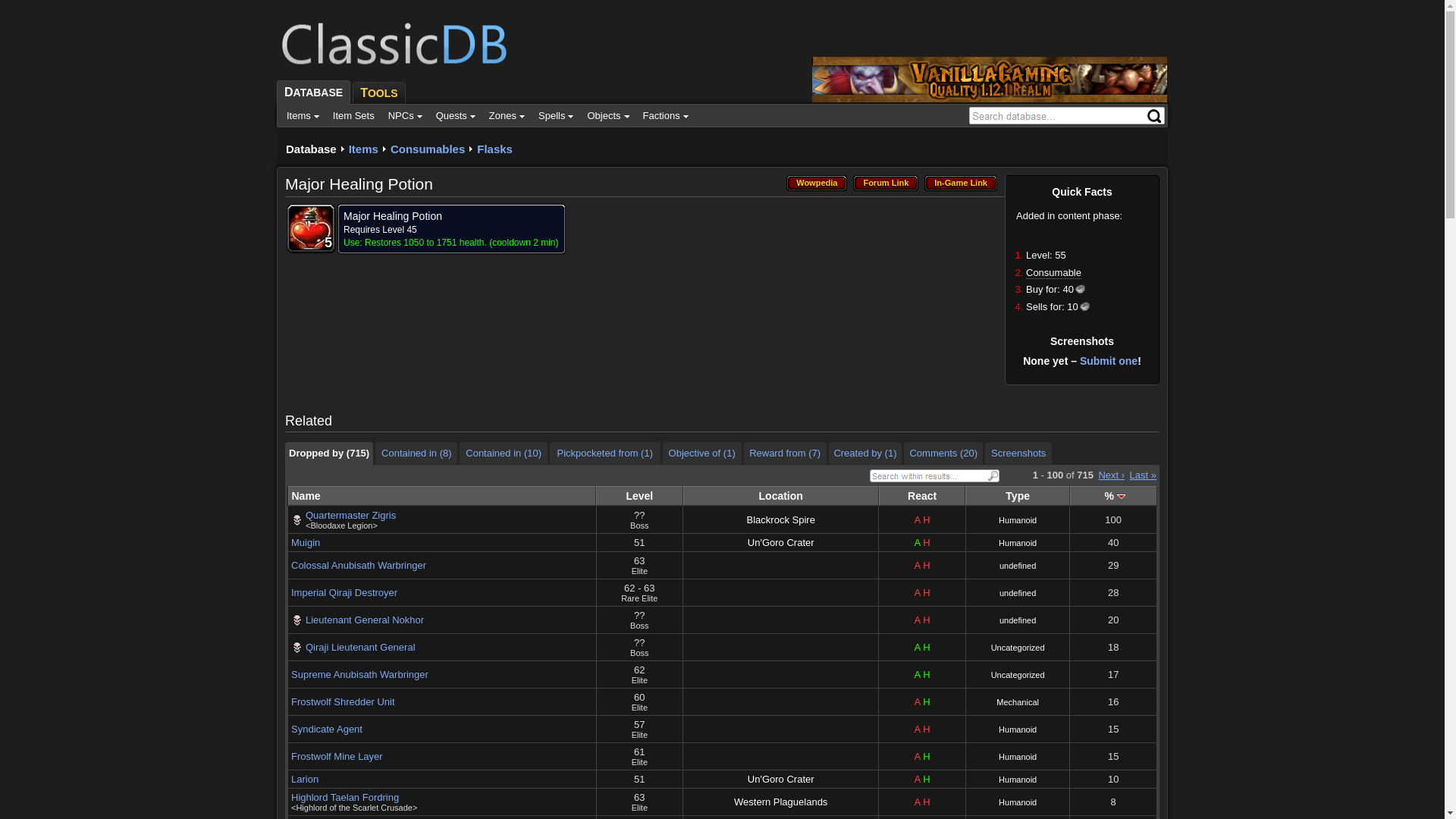  Describe the element at coordinates (344, 796) in the screenshot. I see `'Highlord Taelan Fordring'` at that location.